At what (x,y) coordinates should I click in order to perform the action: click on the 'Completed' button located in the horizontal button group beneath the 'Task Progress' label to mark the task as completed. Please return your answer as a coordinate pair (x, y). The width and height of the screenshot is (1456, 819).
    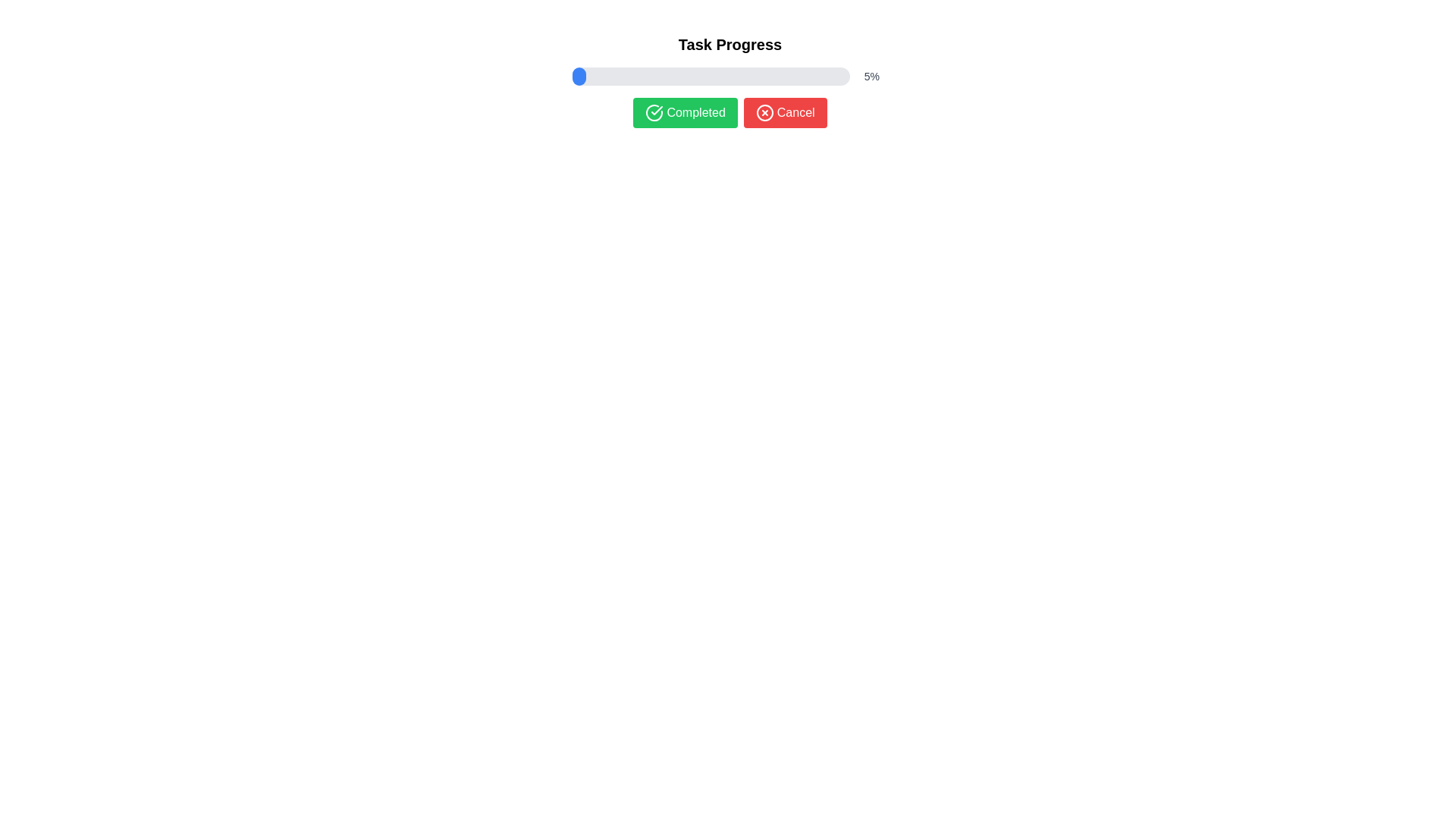
    Looking at the image, I should click on (730, 112).